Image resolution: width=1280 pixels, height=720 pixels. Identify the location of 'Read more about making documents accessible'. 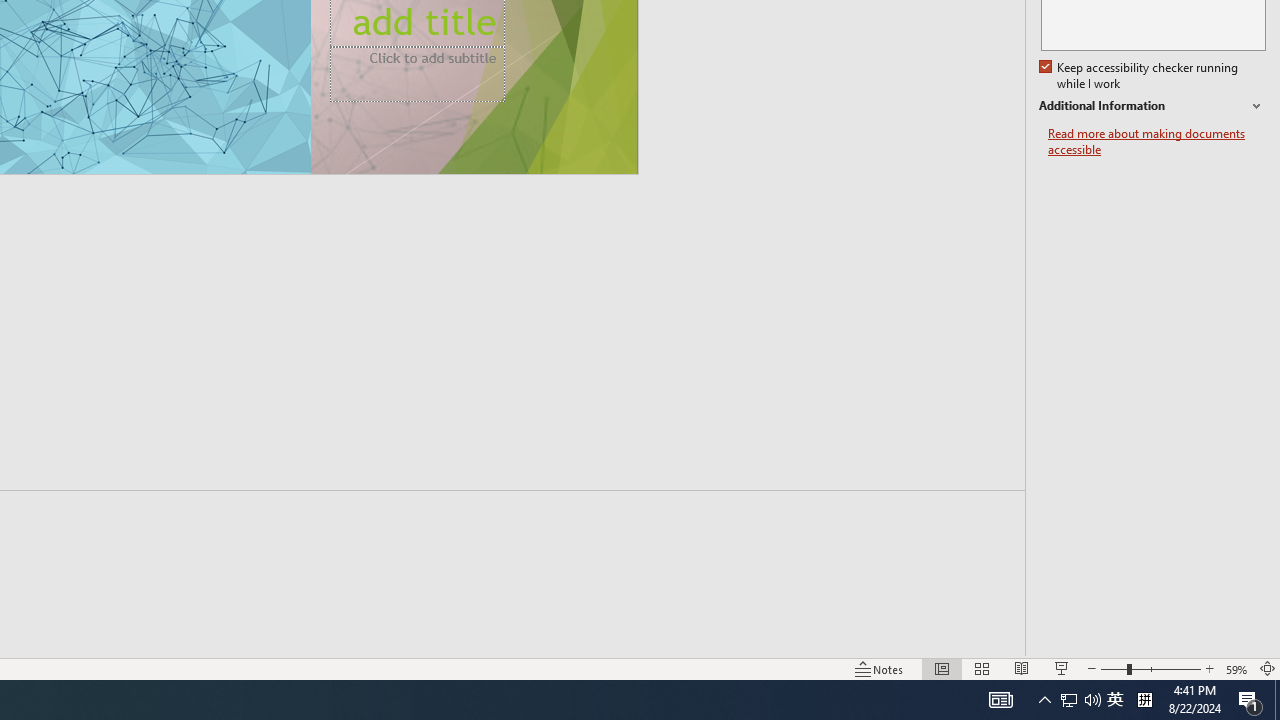
(1157, 141).